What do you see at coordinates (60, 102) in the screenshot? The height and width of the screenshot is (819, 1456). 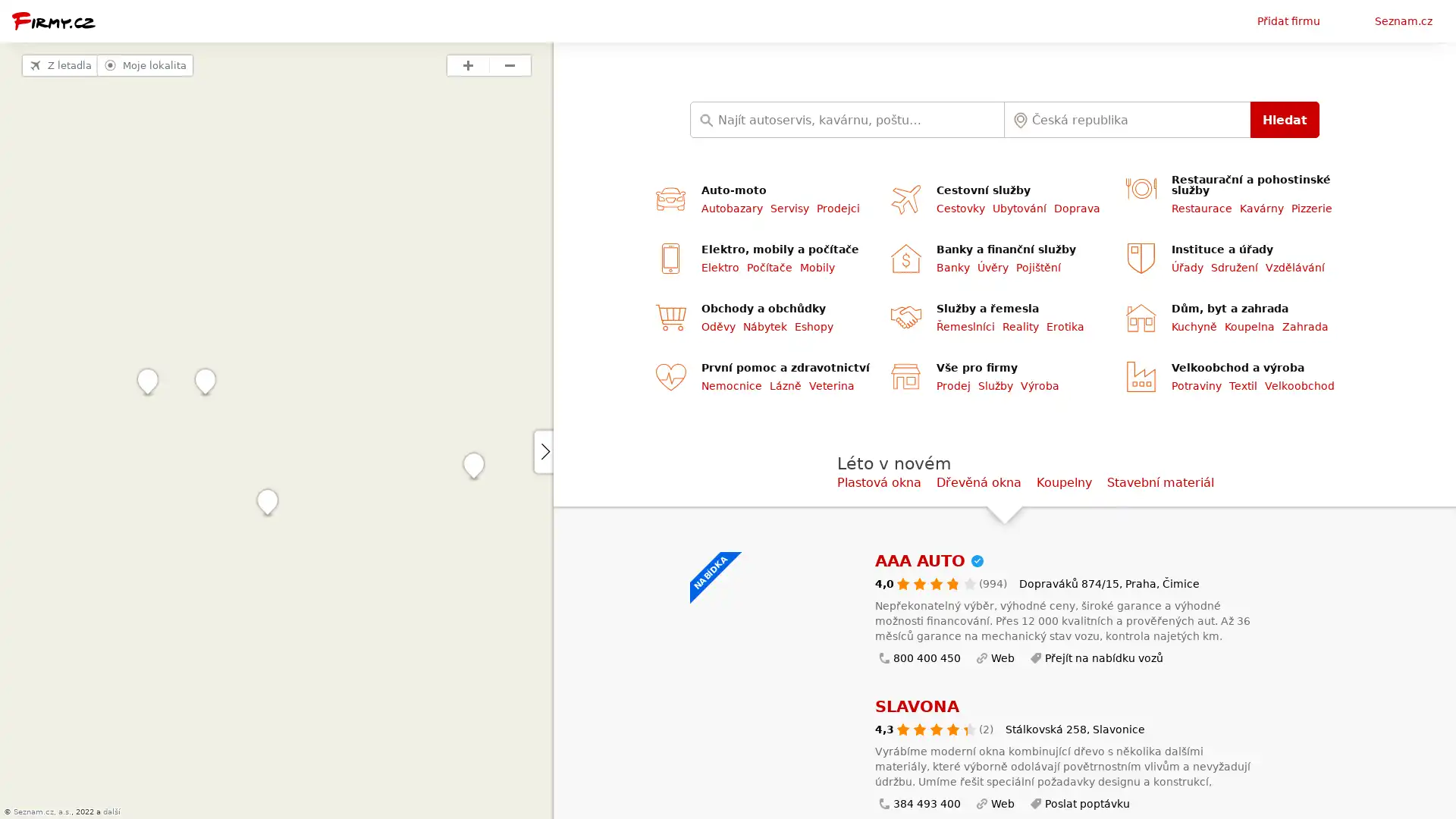 I see `Z letadla` at bounding box center [60, 102].